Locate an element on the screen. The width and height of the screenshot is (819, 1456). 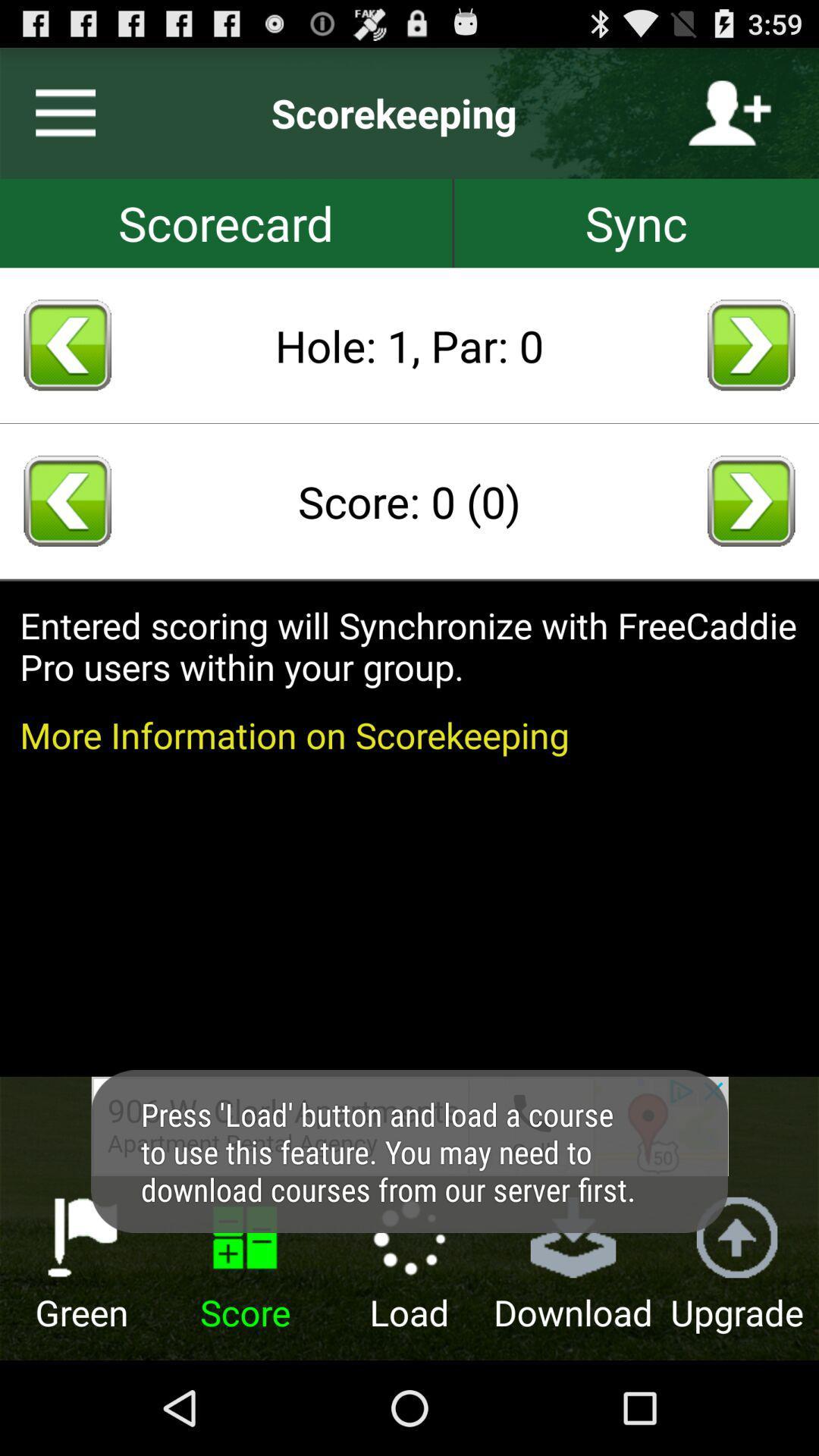
the follow icon is located at coordinates (729, 120).